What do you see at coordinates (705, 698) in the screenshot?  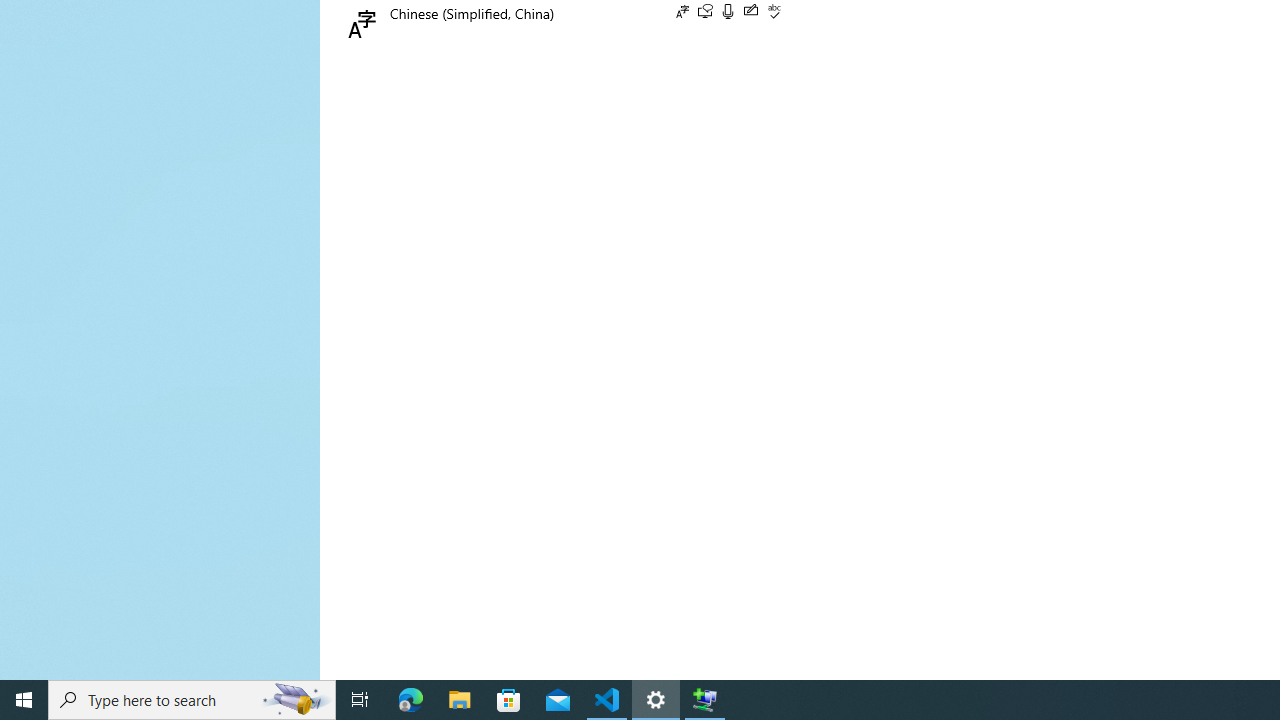 I see `'Extensible Wizards Host Process - 1 running window'` at bounding box center [705, 698].